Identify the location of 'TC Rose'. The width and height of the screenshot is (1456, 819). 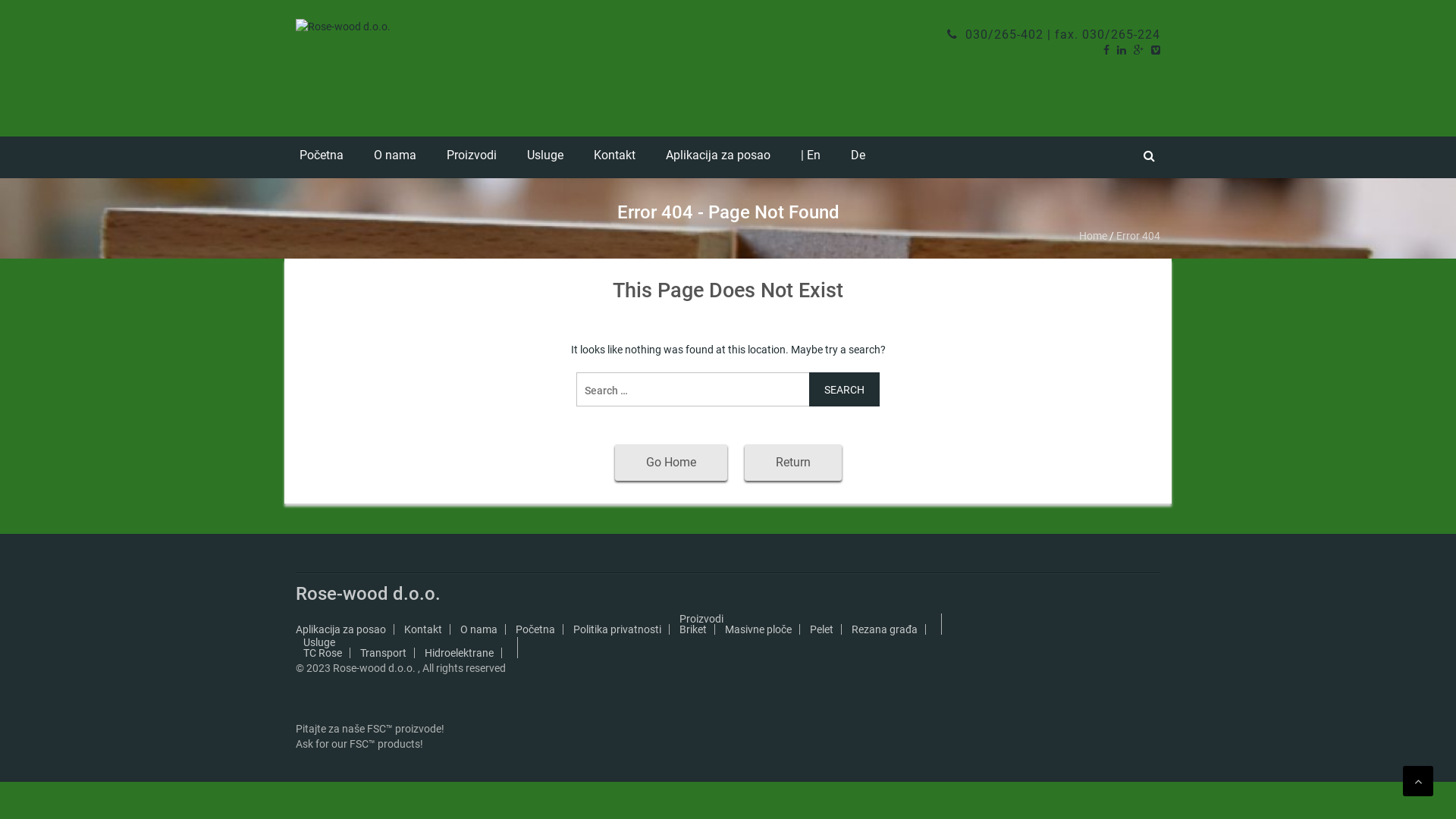
(322, 651).